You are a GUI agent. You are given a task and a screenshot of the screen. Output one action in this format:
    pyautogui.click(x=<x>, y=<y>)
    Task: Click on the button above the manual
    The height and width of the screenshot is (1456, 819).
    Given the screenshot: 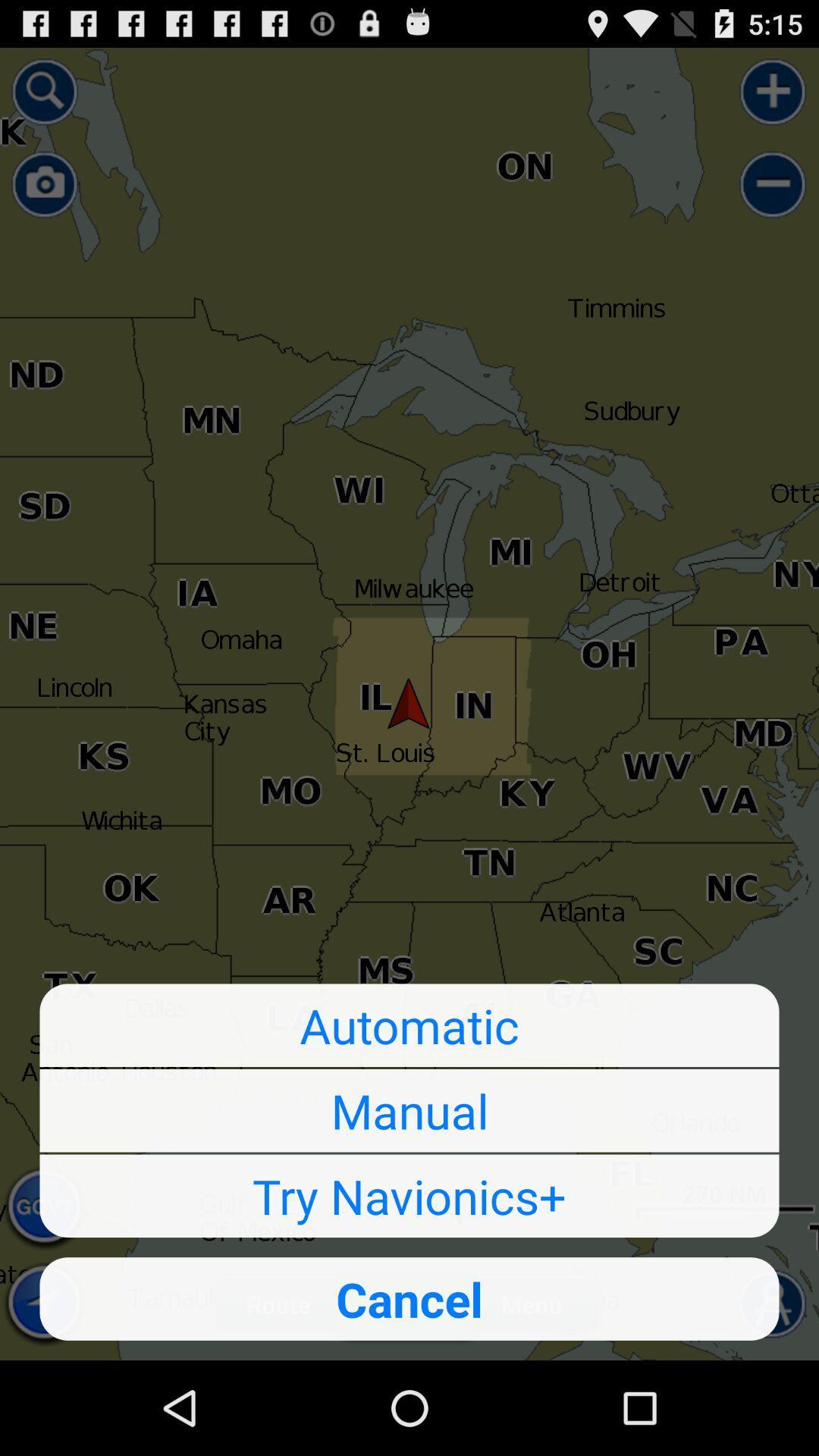 What is the action you would take?
    pyautogui.click(x=409, y=1025)
    